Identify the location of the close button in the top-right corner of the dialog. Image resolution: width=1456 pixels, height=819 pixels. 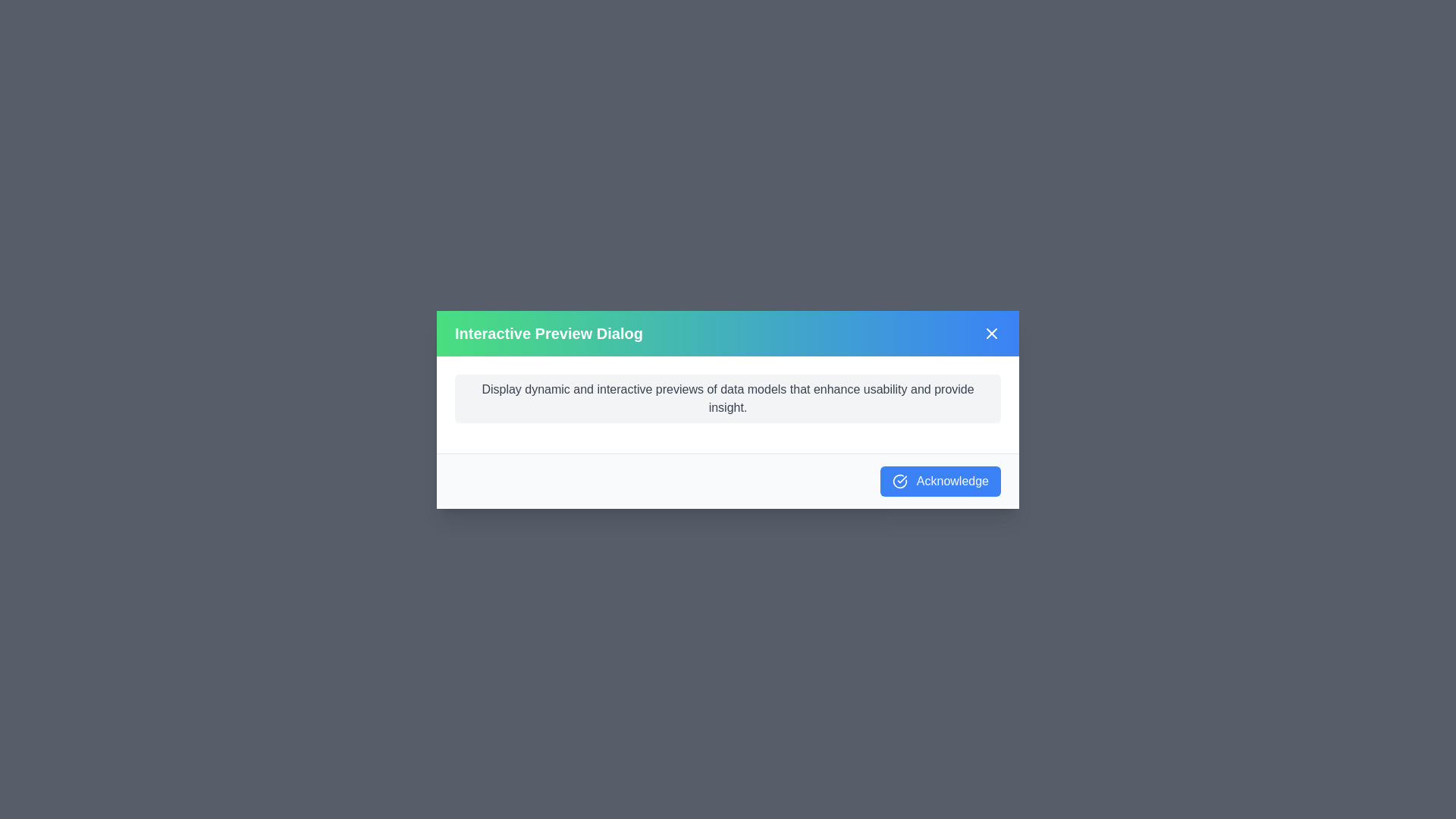
(992, 332).